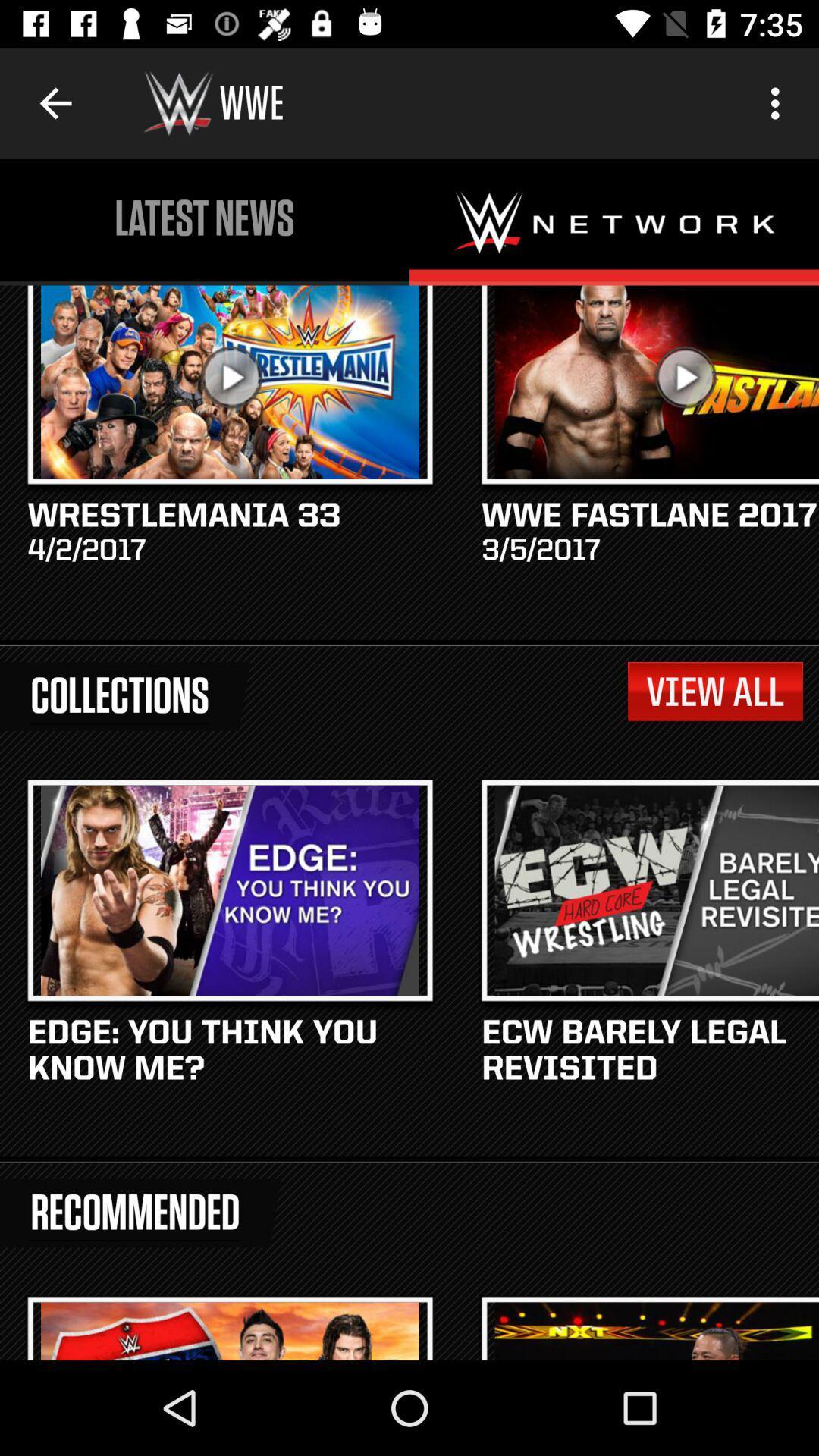 This screenshot has width=819, height=1456. What do you see at coordinates (715, 691) in the screenshot?
I see `view all item` at bounding box center [715, 691].